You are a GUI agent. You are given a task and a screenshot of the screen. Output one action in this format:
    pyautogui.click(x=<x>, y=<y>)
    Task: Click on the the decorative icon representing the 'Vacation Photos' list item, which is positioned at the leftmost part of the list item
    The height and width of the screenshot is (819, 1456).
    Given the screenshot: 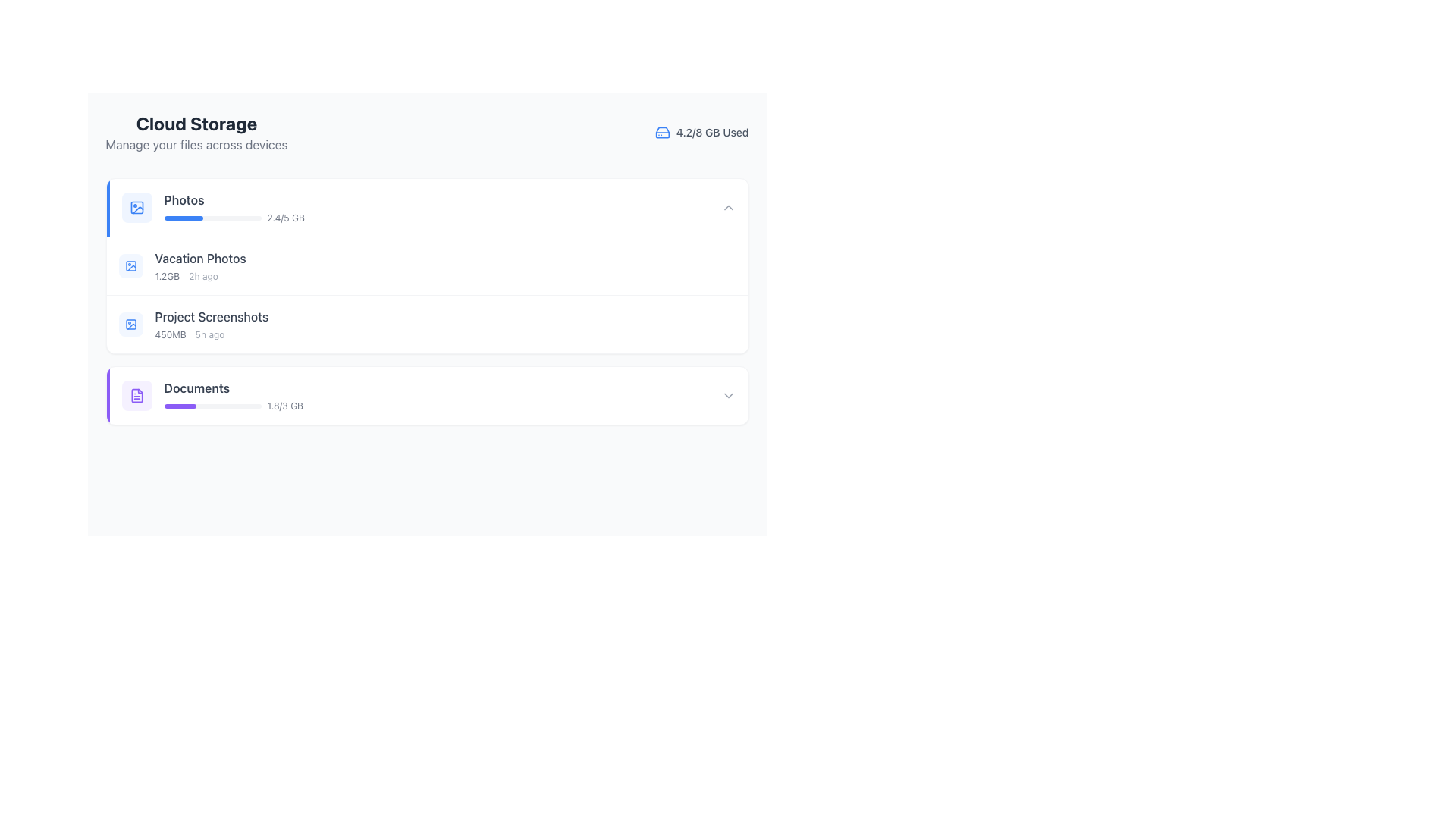 What is the action you would take?
    pyautogui.click(x=130, y=265)
    